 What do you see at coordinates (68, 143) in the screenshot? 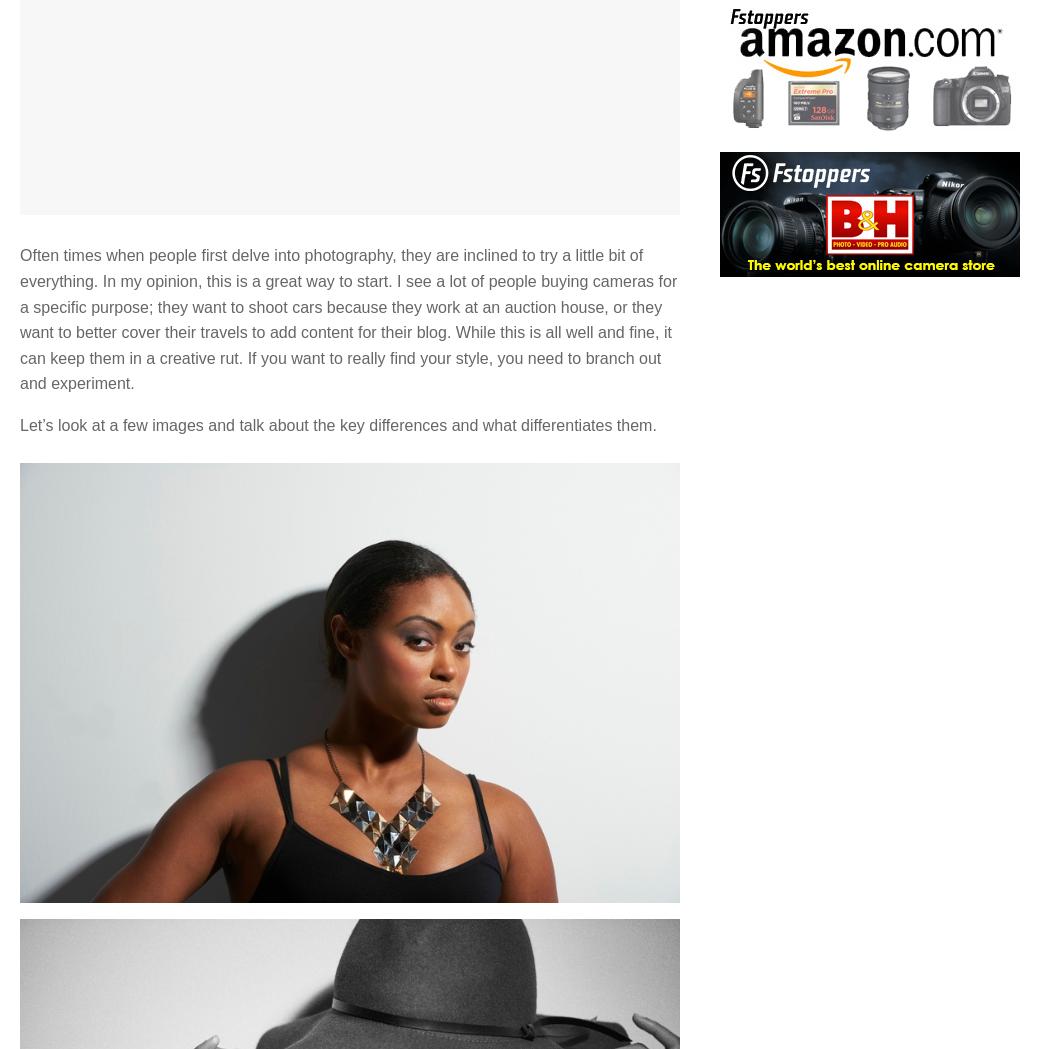
I see `'1 Comment'` at bounding box center [68, 143].